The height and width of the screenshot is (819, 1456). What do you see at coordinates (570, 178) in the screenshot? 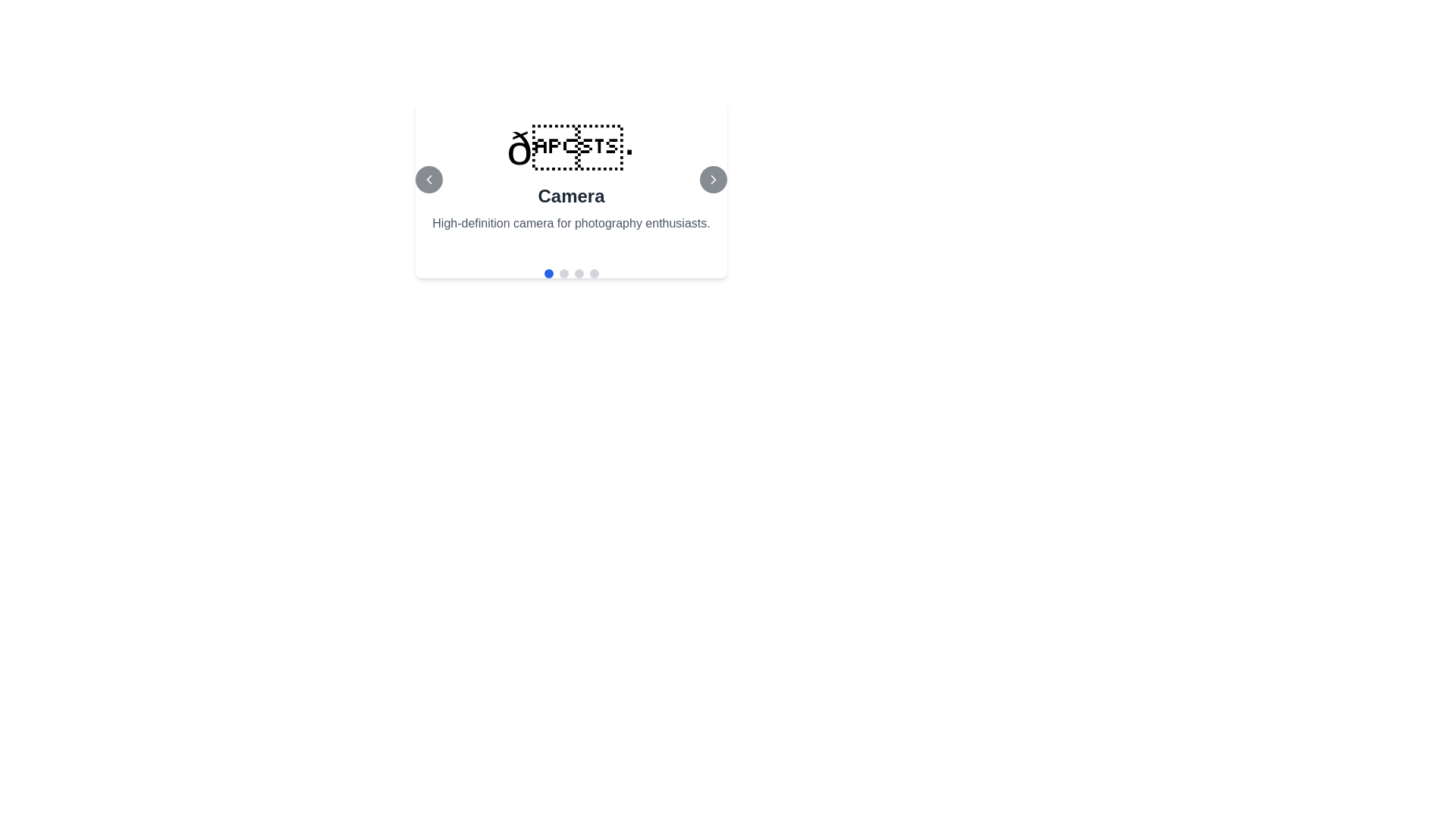
I see `information displayed in the Information Display Box that features a camera emoji, bold title 'Camera', and a description about a high-definition camera for photography enthusiasts` at bounding box center [570, 178].